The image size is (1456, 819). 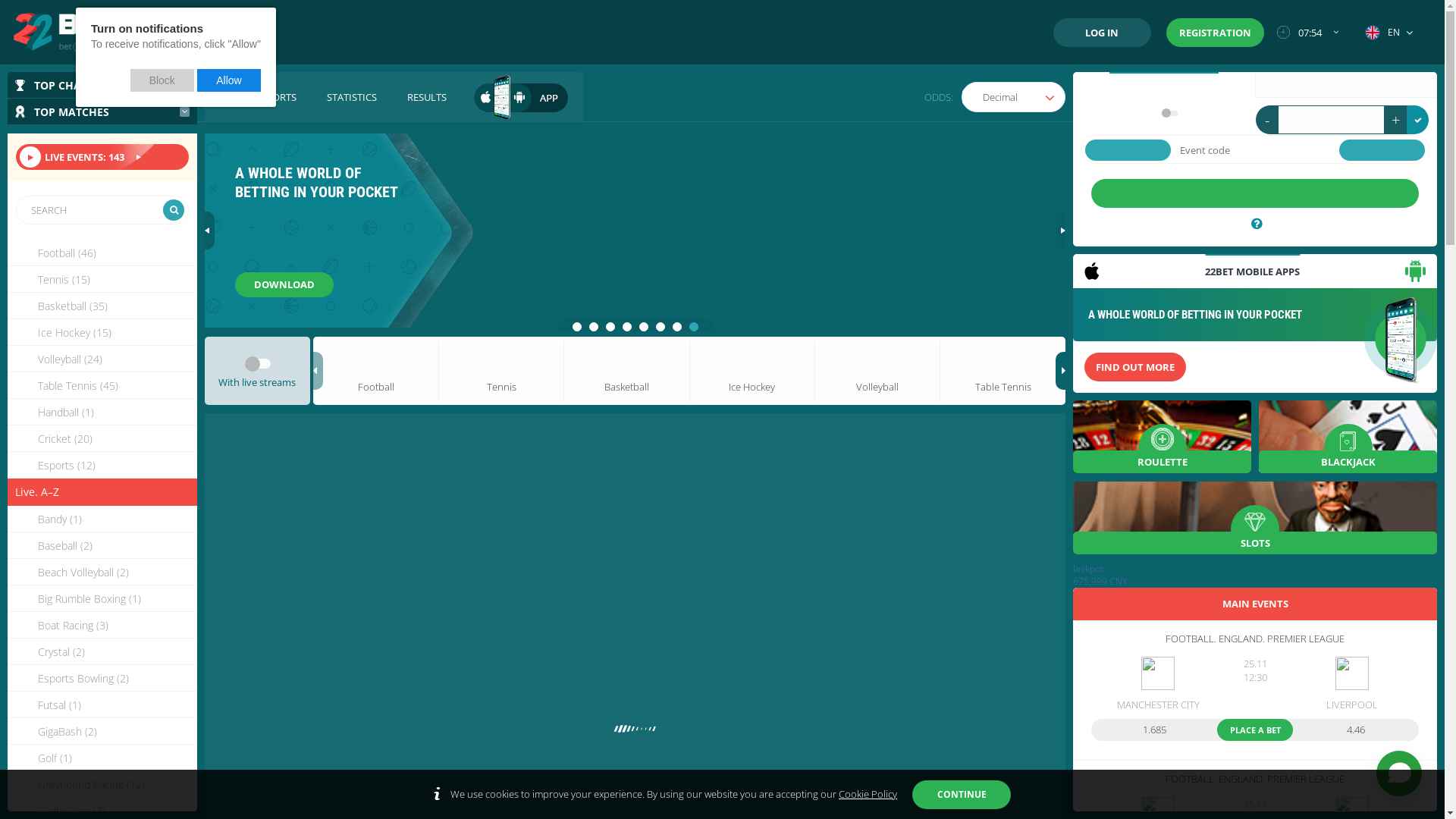 What do you see at coordinates (101, 331) in the screenshot?
I see `'Ice Hockey` at bounding box center [101, 331].